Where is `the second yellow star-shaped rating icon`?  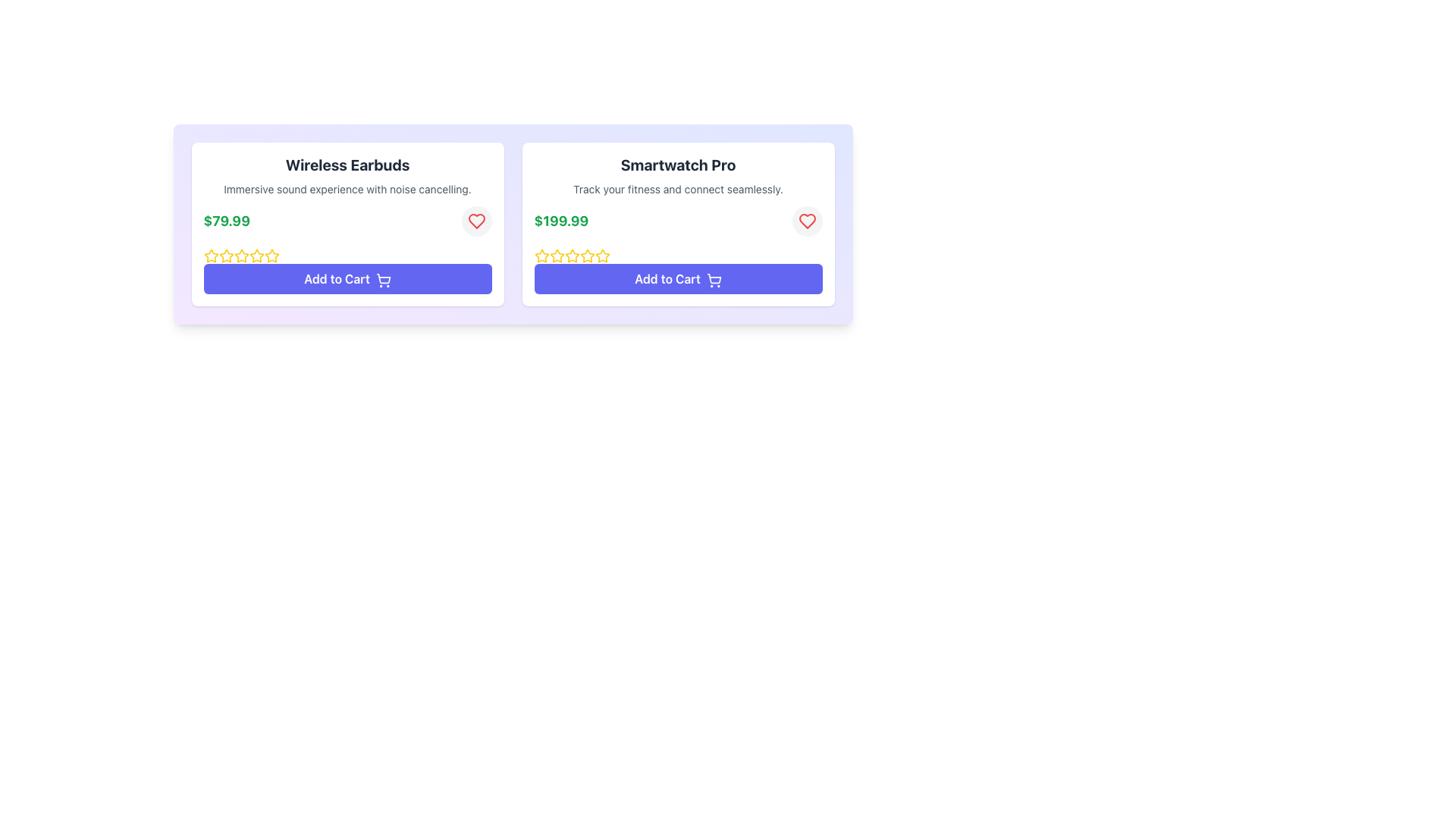
the second yellow star-shaped rating icon is located at coordinates (256, 255).